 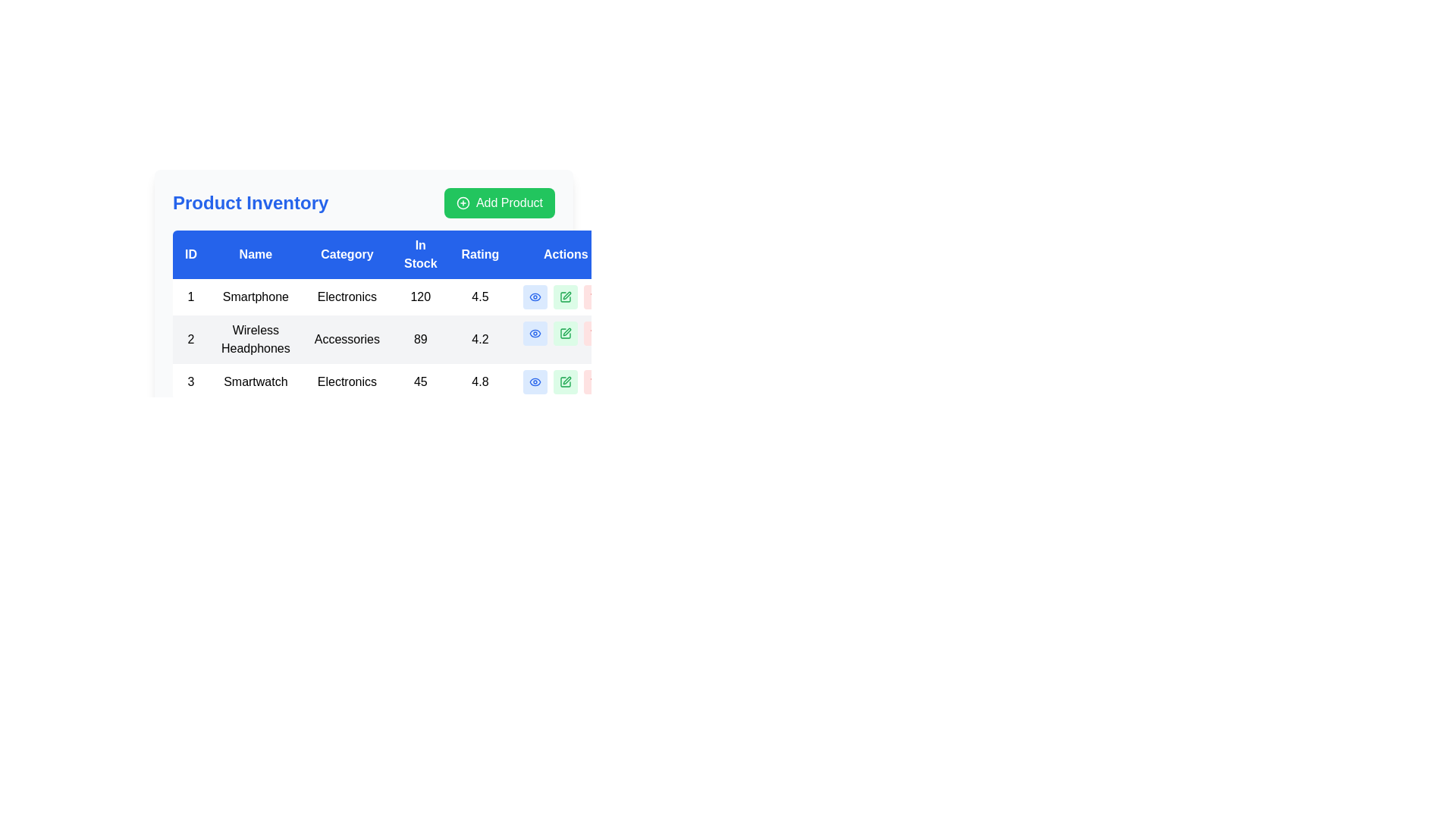 What do you see at coordinates (420, 381) in the screenshot?
I see `the 'Smartwatch' quantity text label in the 'In Stock' column of the third row of the 'Product Inventory' table` at bounding box center [420, 381].